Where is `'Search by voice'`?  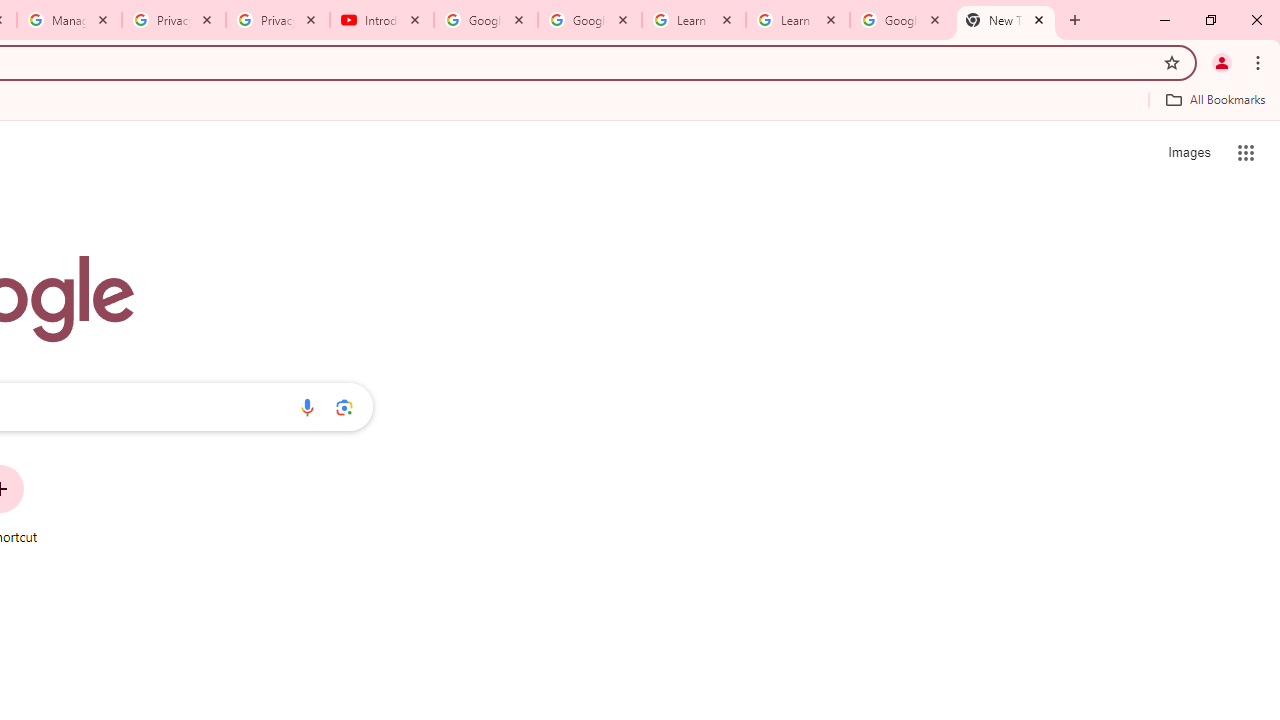 'Search by voice' is located at coordinates (306, 406).